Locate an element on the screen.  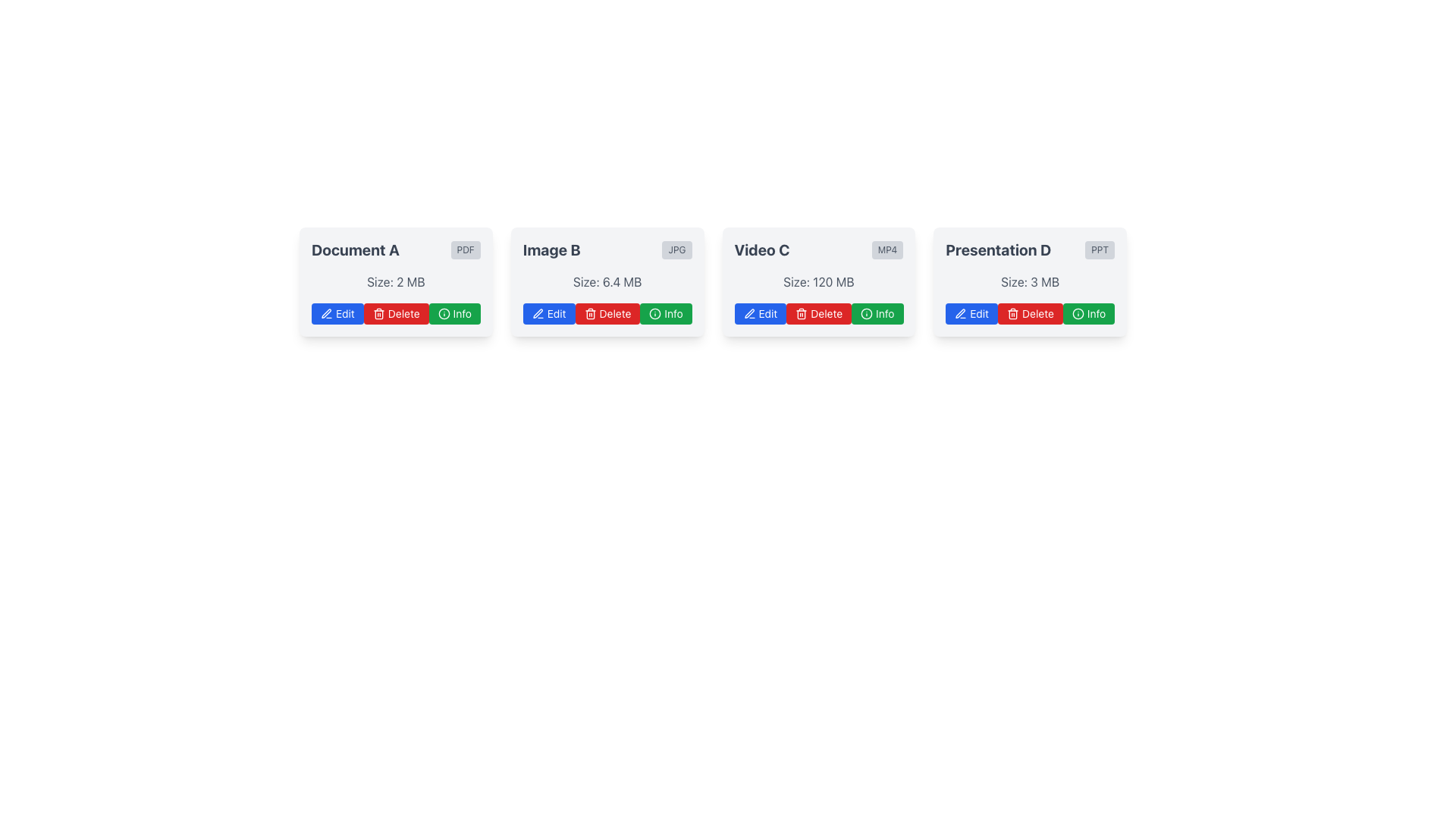
text content of the Title and badge which consists of the label 'Presentation D' in bold and large font with a small gray badge labeled 'PPT' on the right, located in the fourth item of a horizontally arranged list of content cards is located at coordinates (1030, 249).